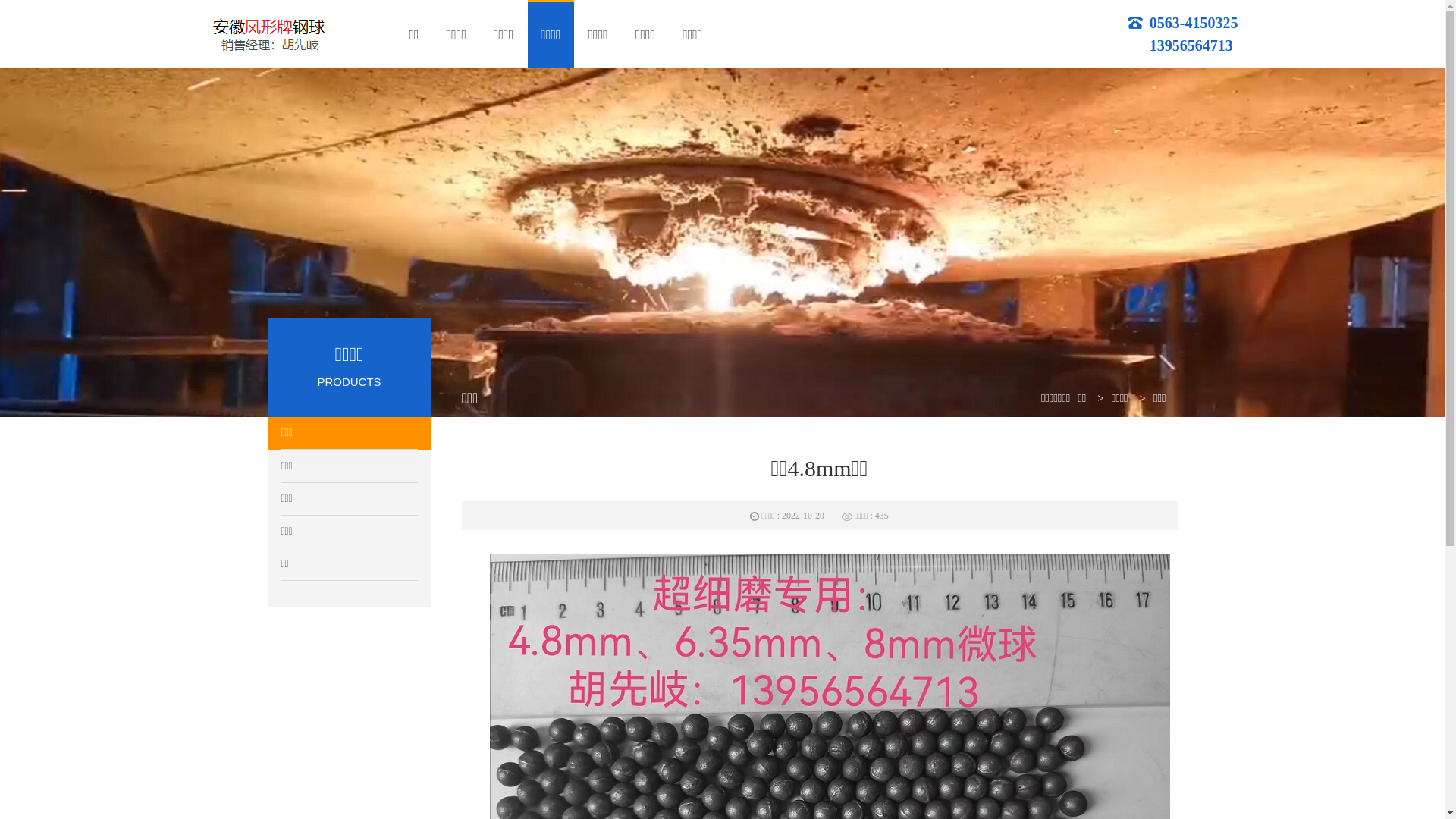 Image resolution: width=1456 pixels, height=819 pixels. What do you see at coordinates (267, 33) in the screenshot?
I see `'logo'` at bounding box center [267, 33].